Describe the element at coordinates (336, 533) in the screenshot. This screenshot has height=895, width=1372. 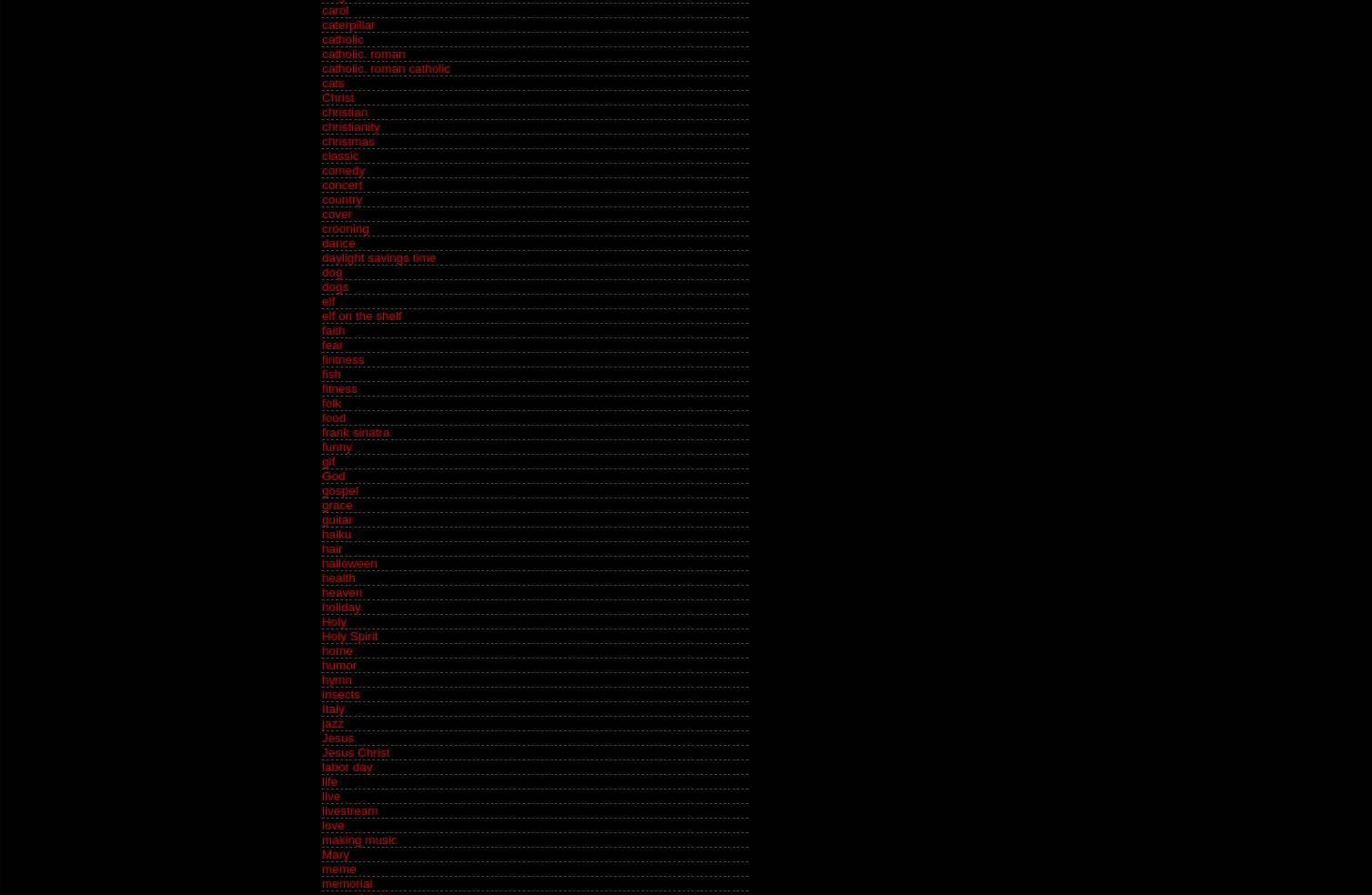
I see `'haiku'` at that location.